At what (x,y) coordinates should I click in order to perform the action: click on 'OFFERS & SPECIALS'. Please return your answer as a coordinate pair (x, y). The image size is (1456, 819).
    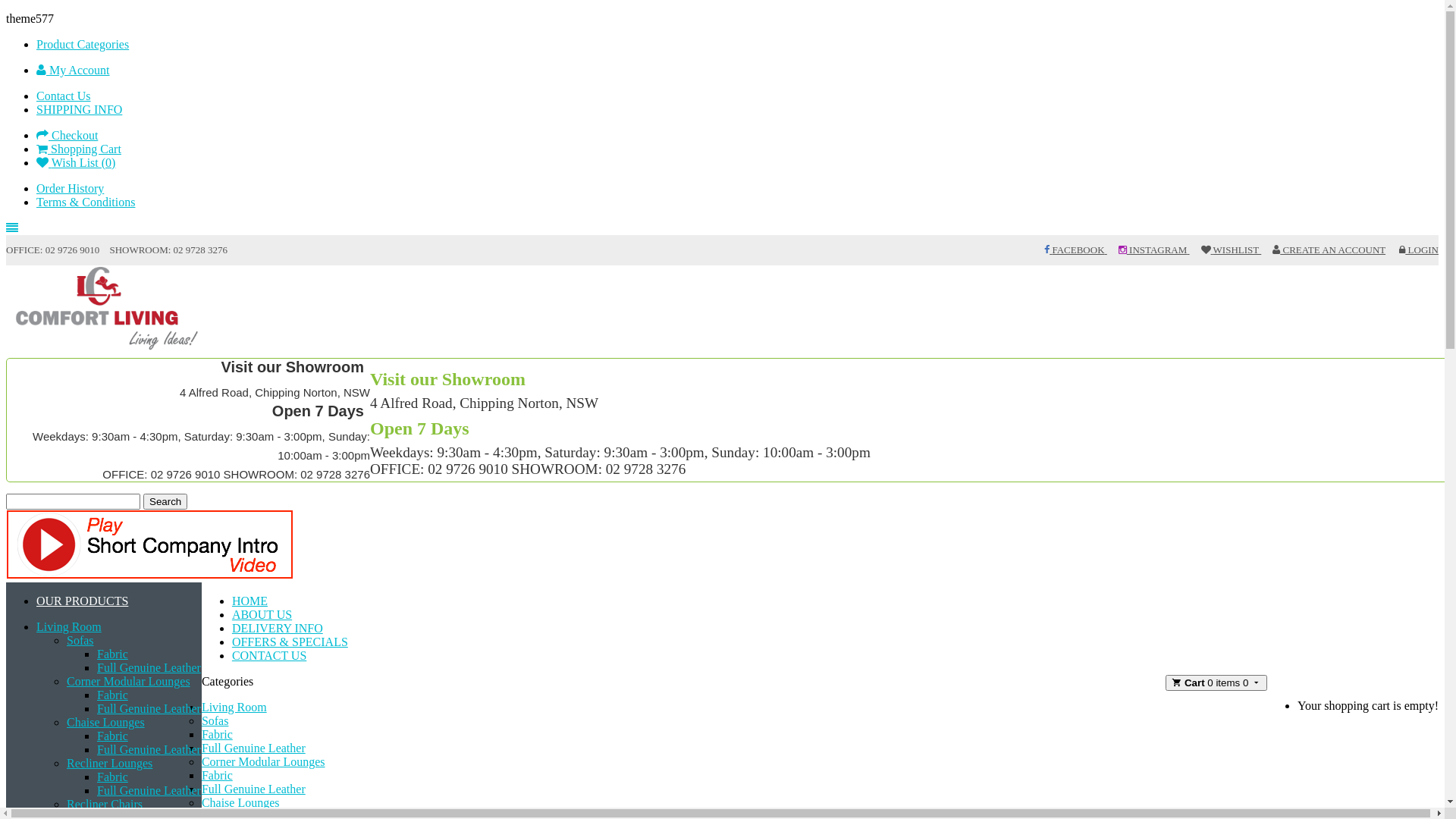
    Looking at the image, I should click on (290, 642).